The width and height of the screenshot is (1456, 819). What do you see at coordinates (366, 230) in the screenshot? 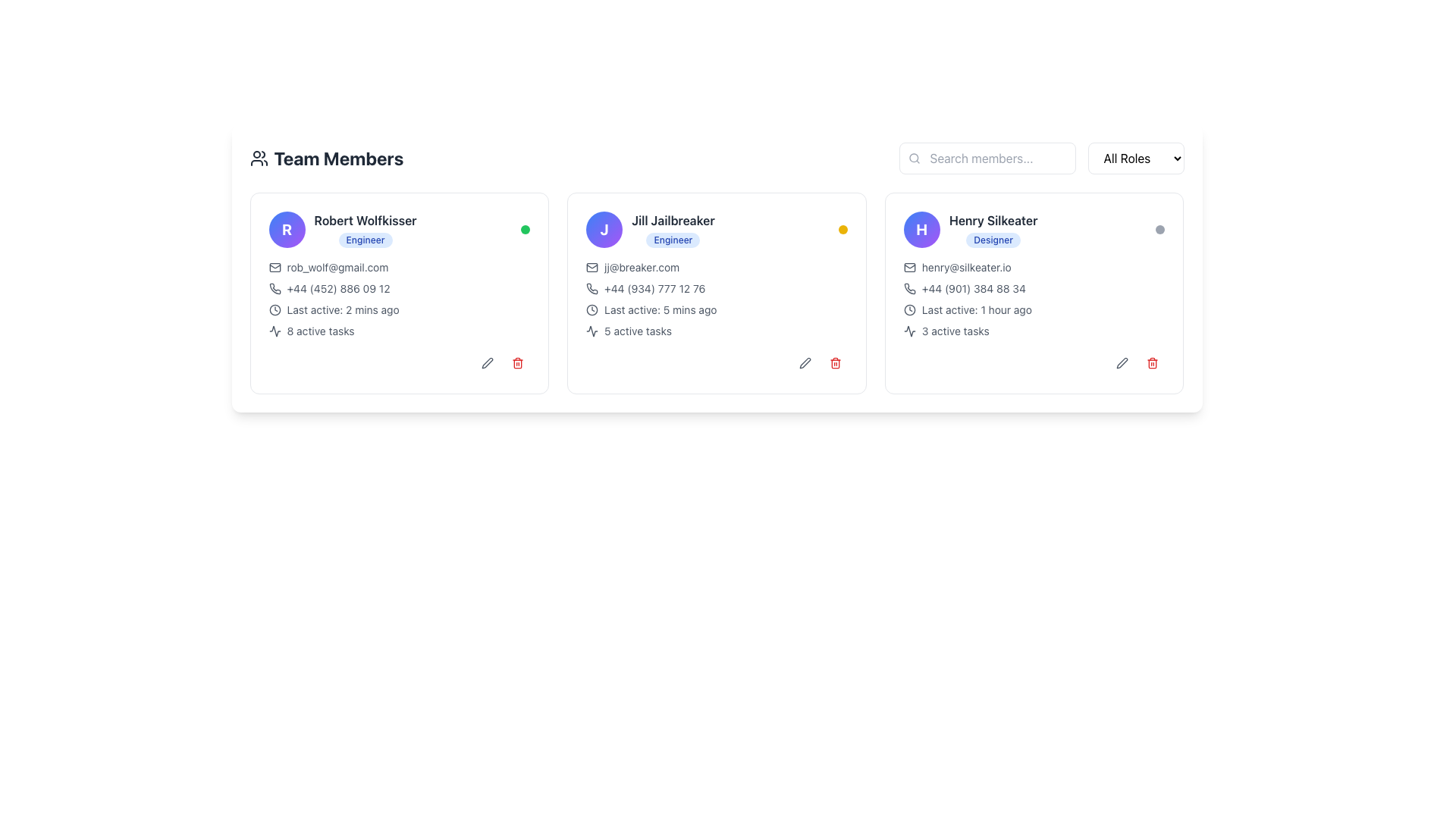
I see `the text display component with a badge that shows the name and role of a team member, located in the top-left corner of a card, adjacent to a blue circular icon with the letter 'R'` at bounding box center [366, 230].